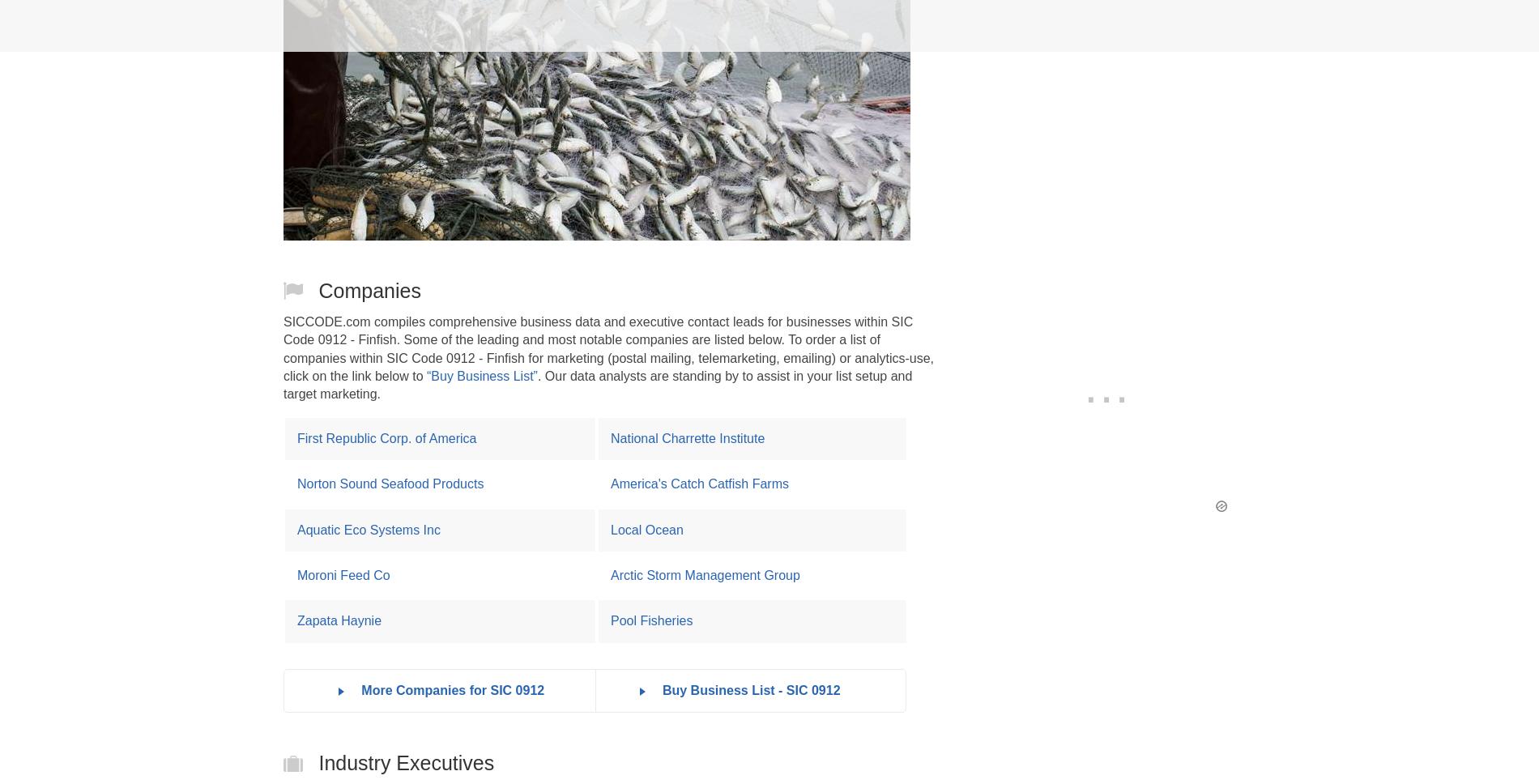 The image size is (1539, 784). Describe the element at coordinates (343, 573) in the screenshot. I see `'Moroni Feed Co'` at that location.